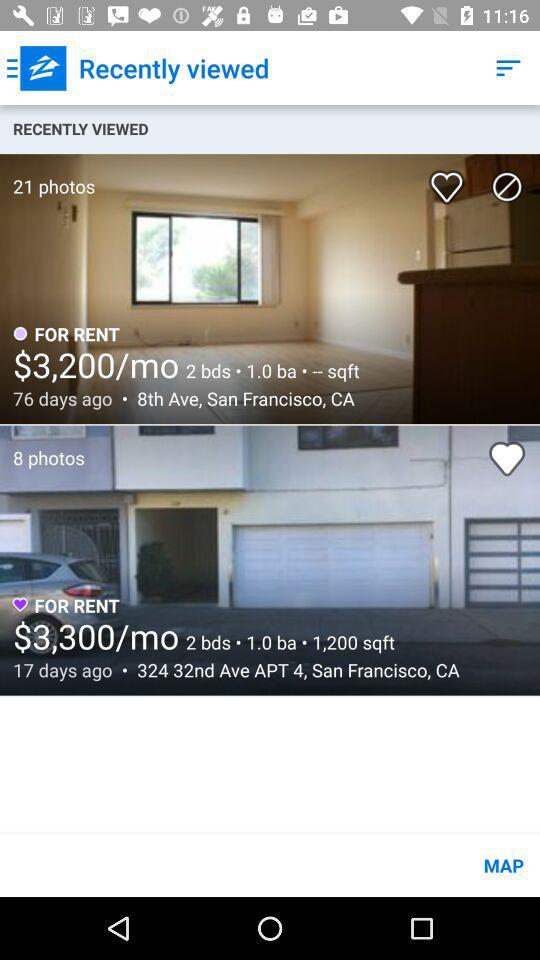 This screenshot has width=540, height=960. I want to click on the item below recently viewed icon, so click(450, 179).